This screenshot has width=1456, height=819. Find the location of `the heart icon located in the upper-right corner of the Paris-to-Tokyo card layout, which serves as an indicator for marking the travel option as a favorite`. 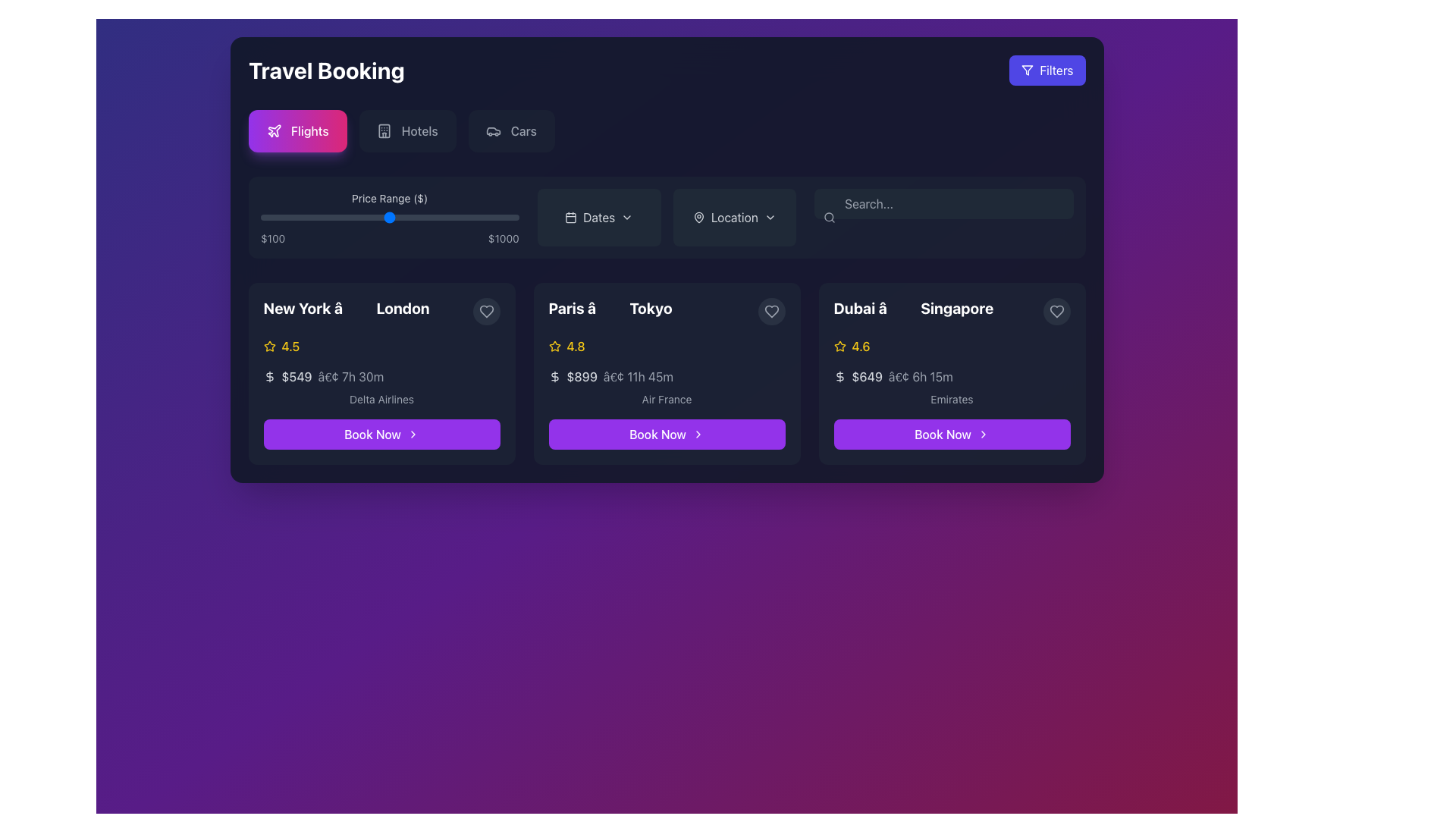

the heart icon located in the upper-right corner of the Paris-to-Tokyo card layout, which serves as an indicator for marking the travel option as a favorite is located at coordinates (771, 311).